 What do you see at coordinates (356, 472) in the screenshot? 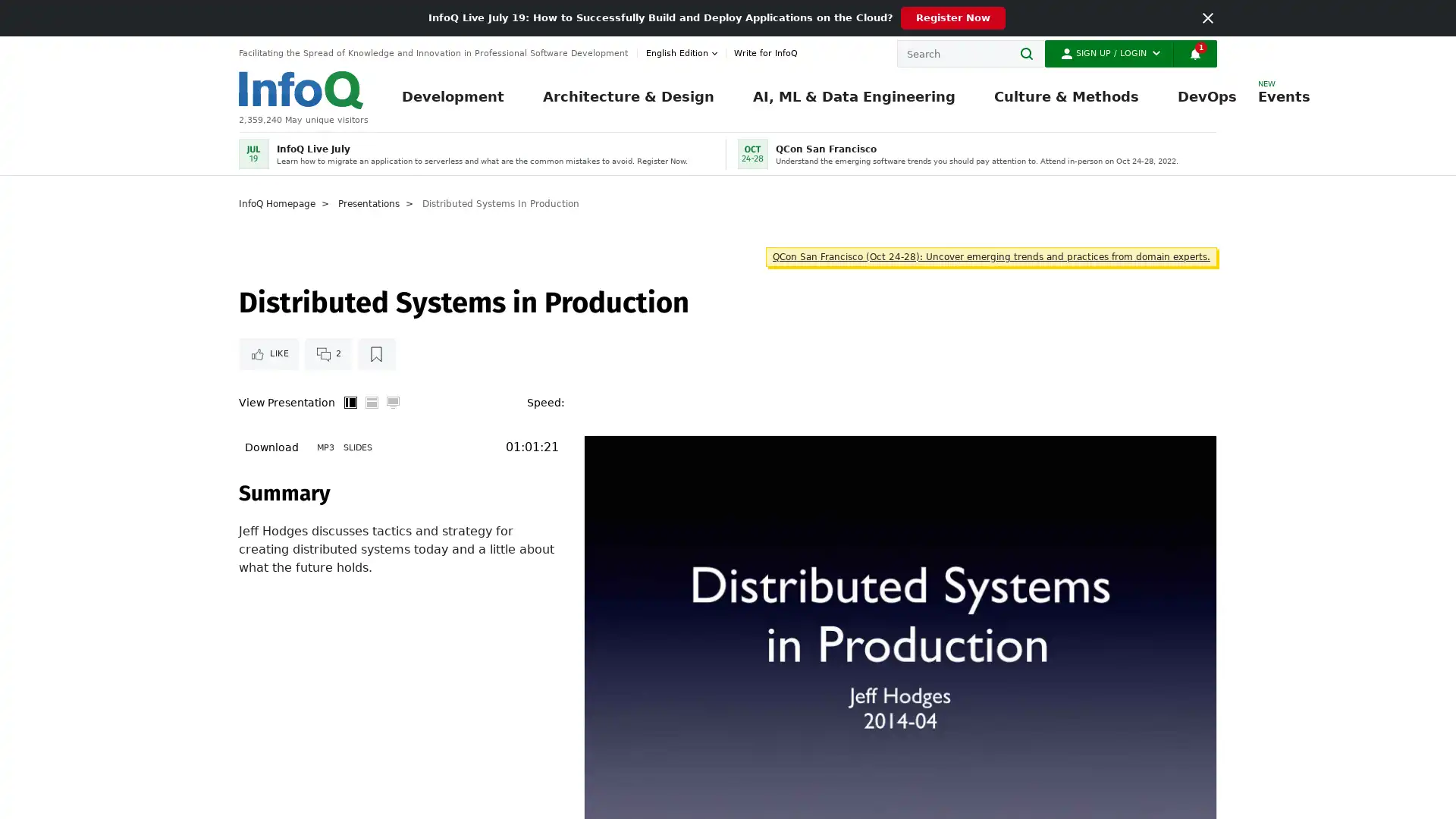
I see `Slides` at bounding box center [356, 472].